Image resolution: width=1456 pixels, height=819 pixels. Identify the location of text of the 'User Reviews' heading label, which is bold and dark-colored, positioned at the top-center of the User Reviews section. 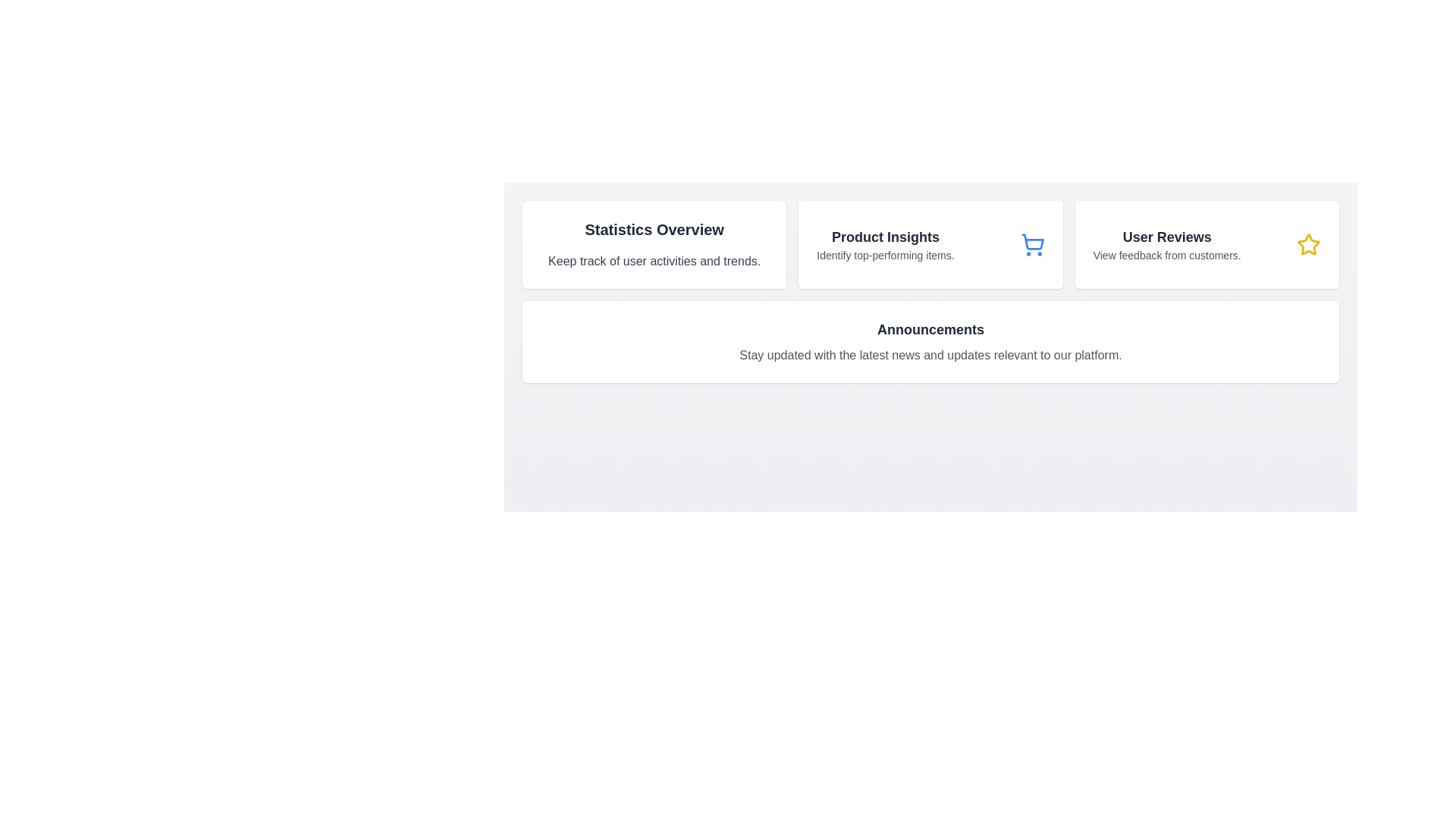
(1166, 237).